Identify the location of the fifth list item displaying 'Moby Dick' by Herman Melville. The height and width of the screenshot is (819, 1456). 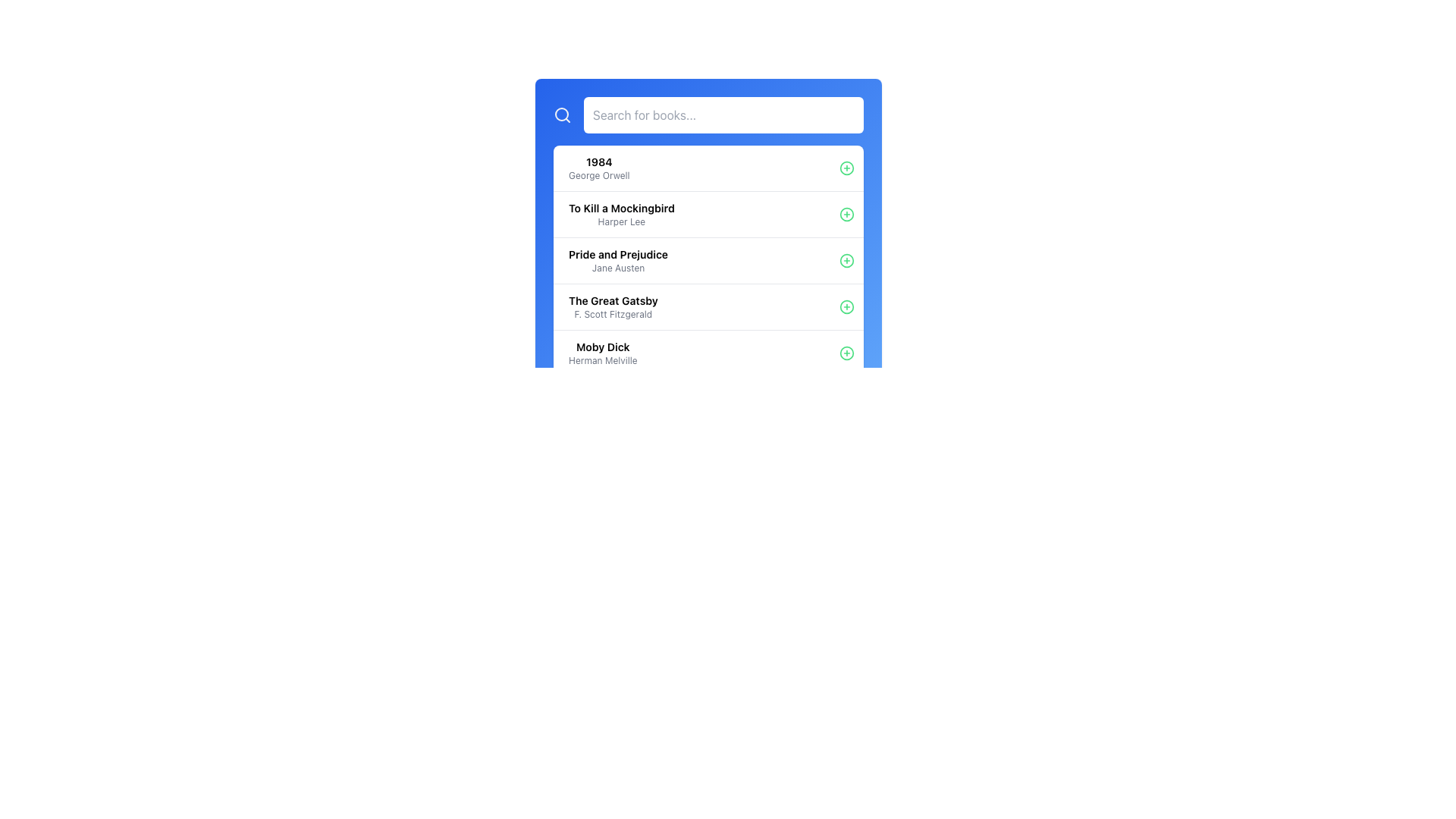
(708, 353).